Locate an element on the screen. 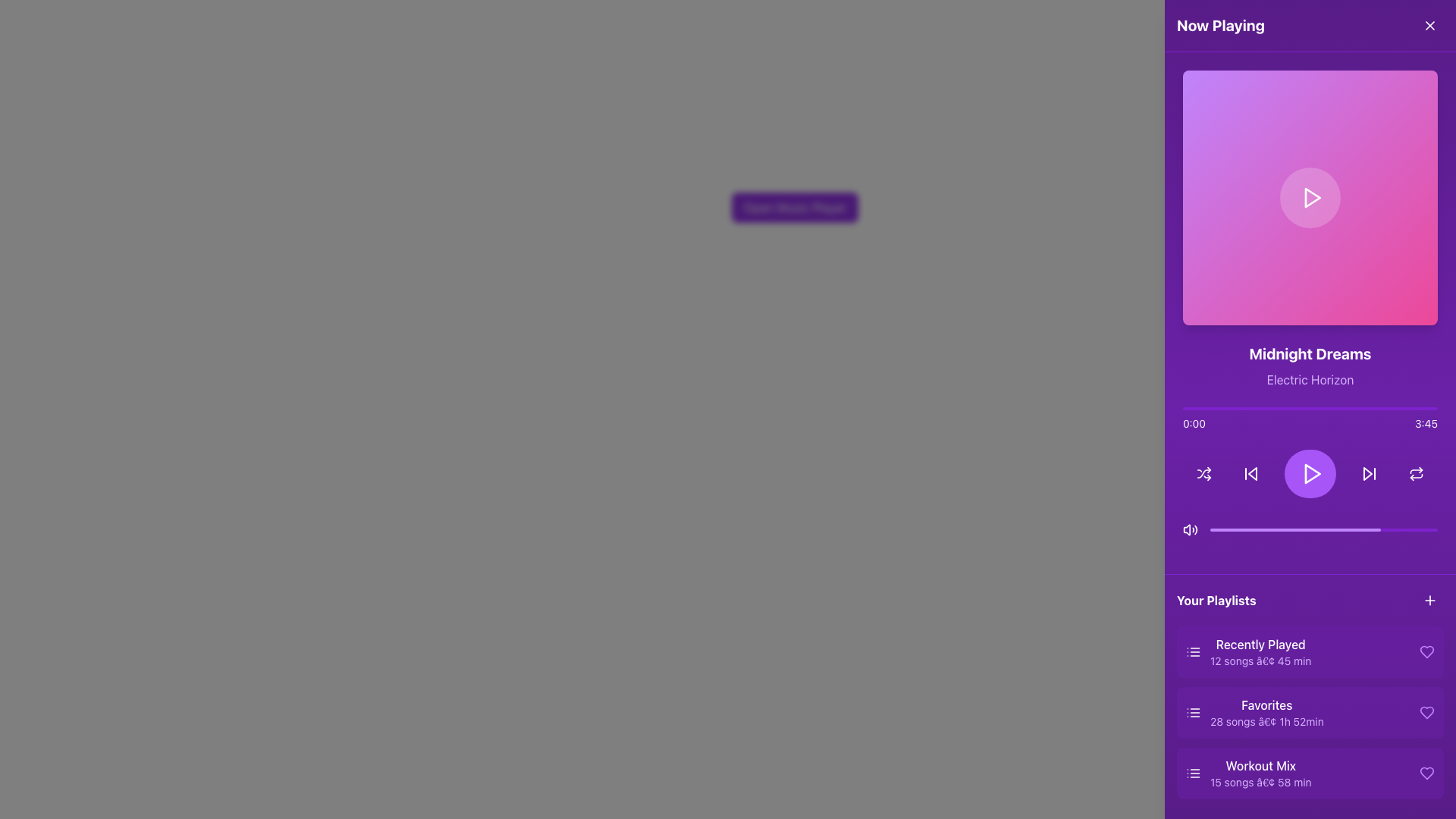 This screenshot has width=1456, height=819. the volume is located at coordinates (1342, 529).